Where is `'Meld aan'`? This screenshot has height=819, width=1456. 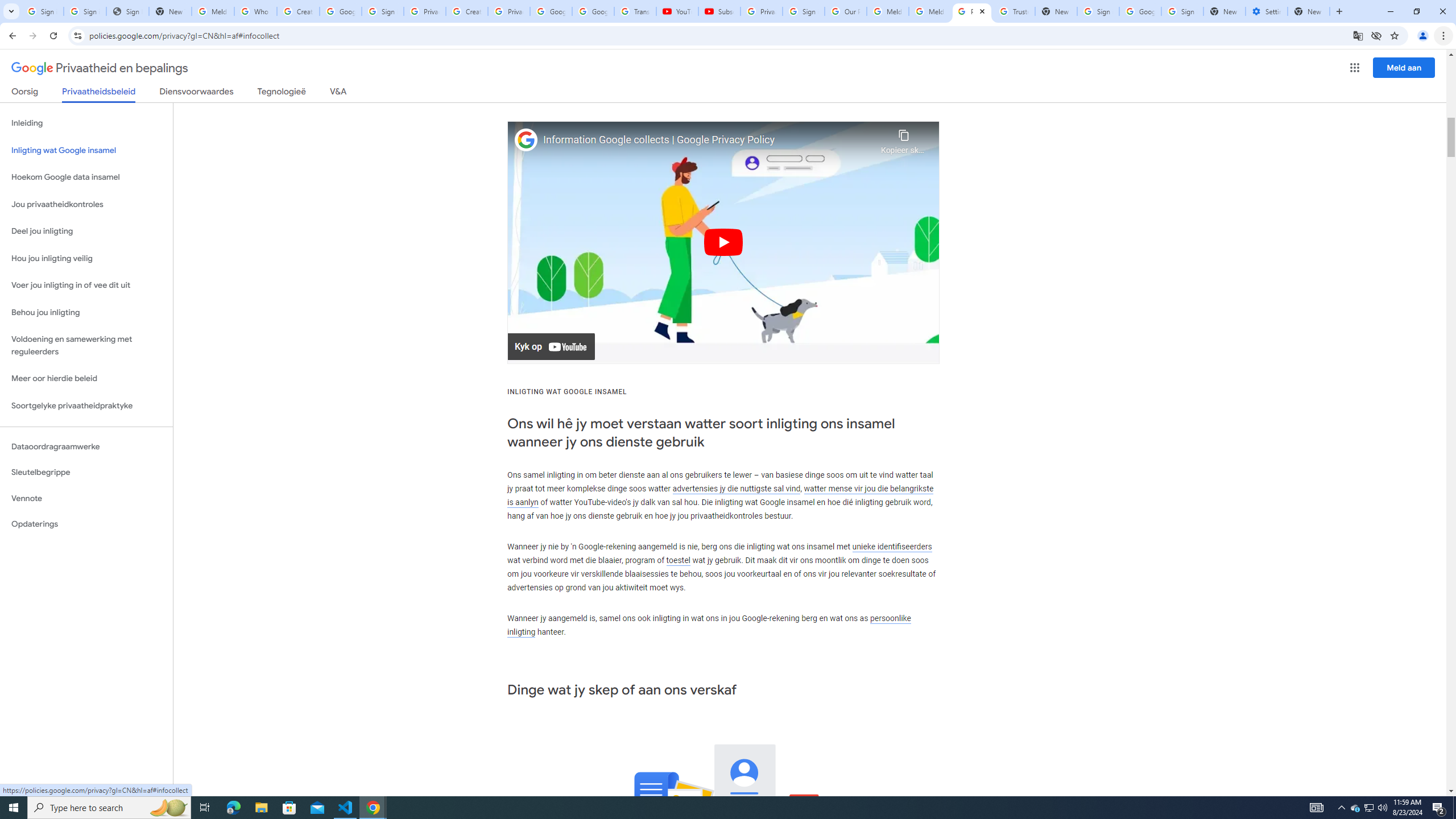
'Meld aan' is located at coordinates (1404, 67).